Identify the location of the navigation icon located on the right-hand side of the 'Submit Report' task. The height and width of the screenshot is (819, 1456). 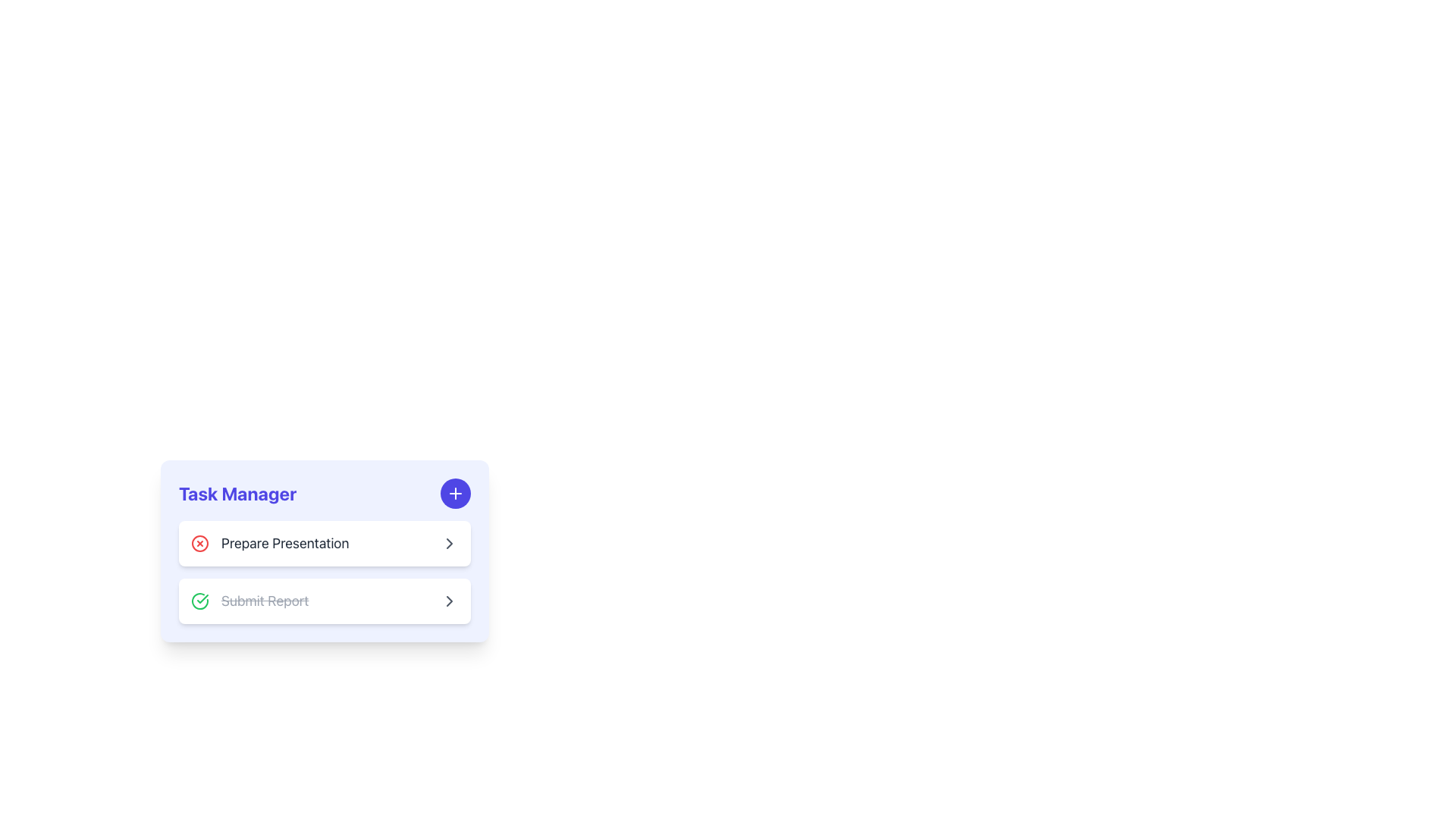
(449, 601).